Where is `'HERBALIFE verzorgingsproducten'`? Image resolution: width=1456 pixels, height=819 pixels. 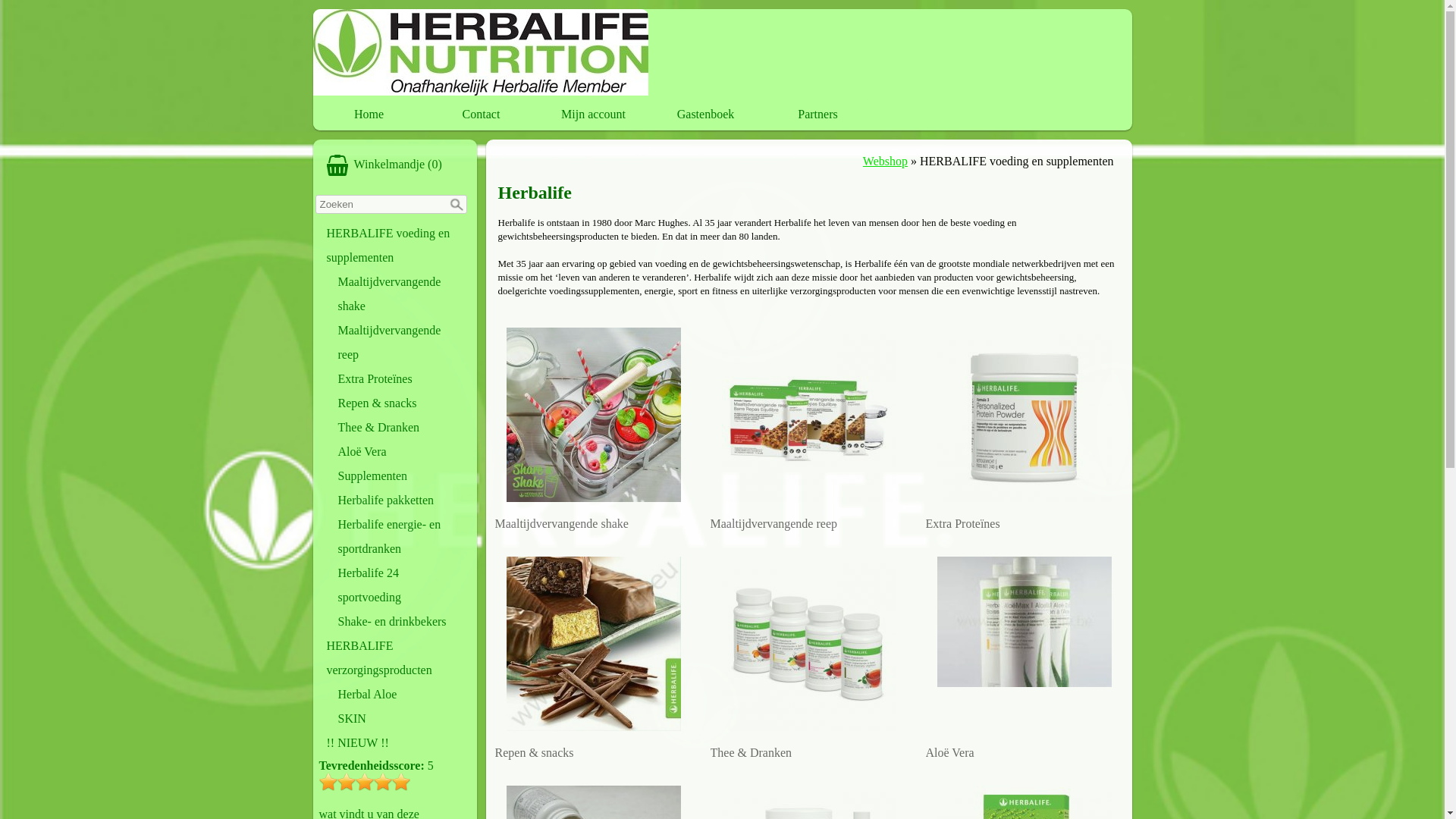
'HERBALIFE verzorgingsproducten' is located at coordinates (395, 657).